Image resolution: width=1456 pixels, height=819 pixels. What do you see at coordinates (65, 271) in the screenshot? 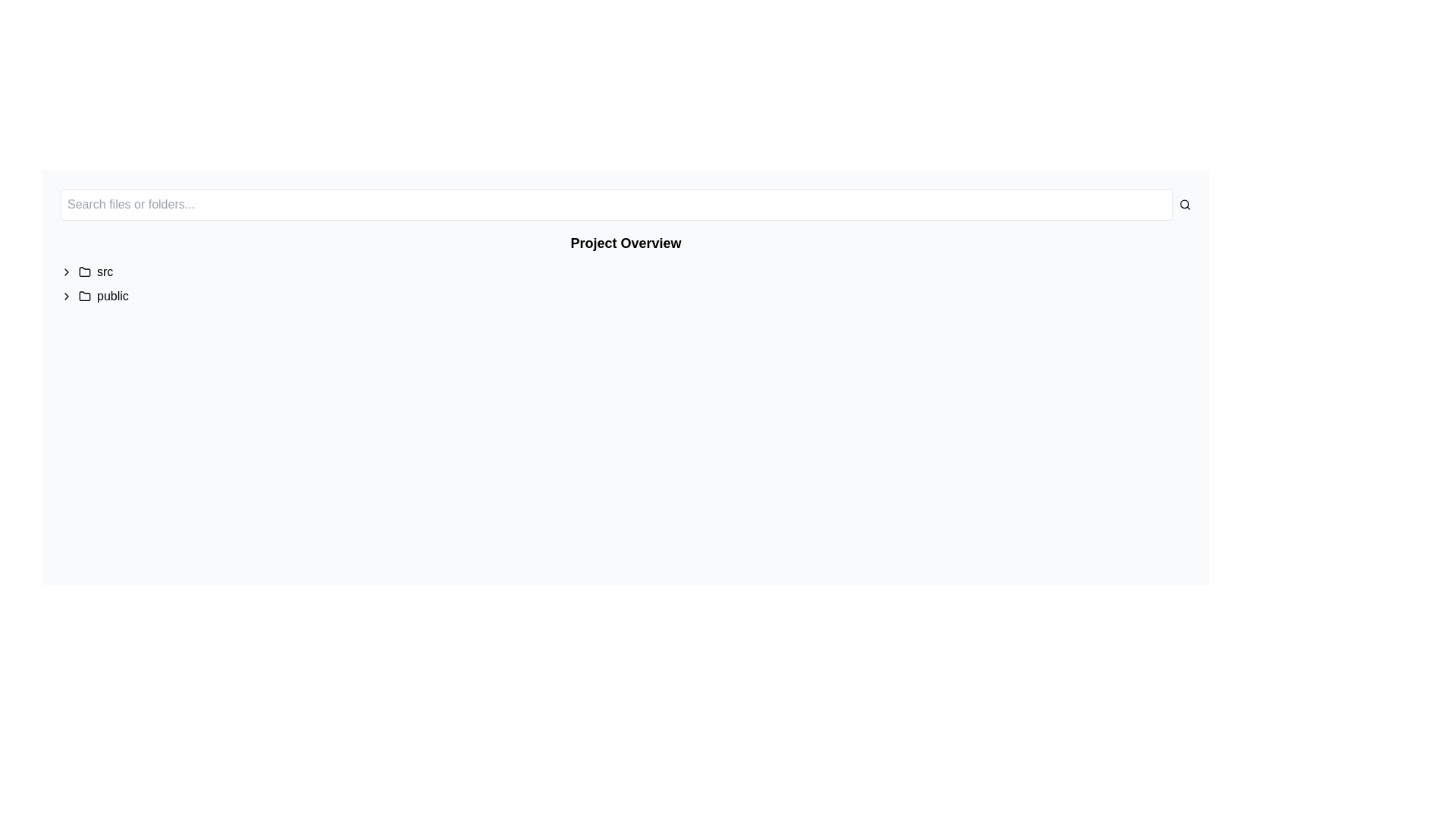
I see `the expandable icon located immediately to the left of the 'src' text item` at bounding box center [65, 271].